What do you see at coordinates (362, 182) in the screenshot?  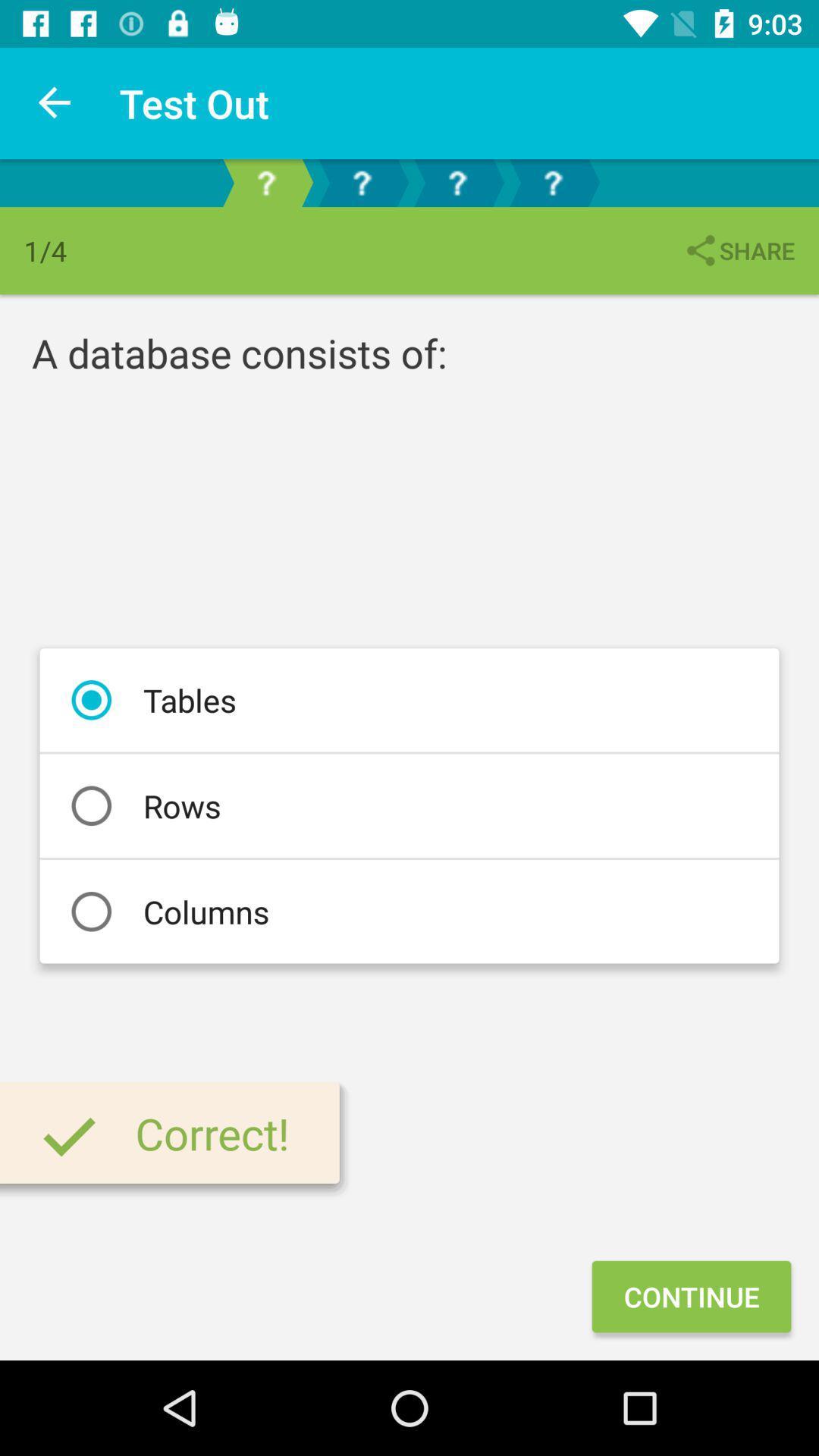 I see `question mark option` at bounding box center [362, 182].